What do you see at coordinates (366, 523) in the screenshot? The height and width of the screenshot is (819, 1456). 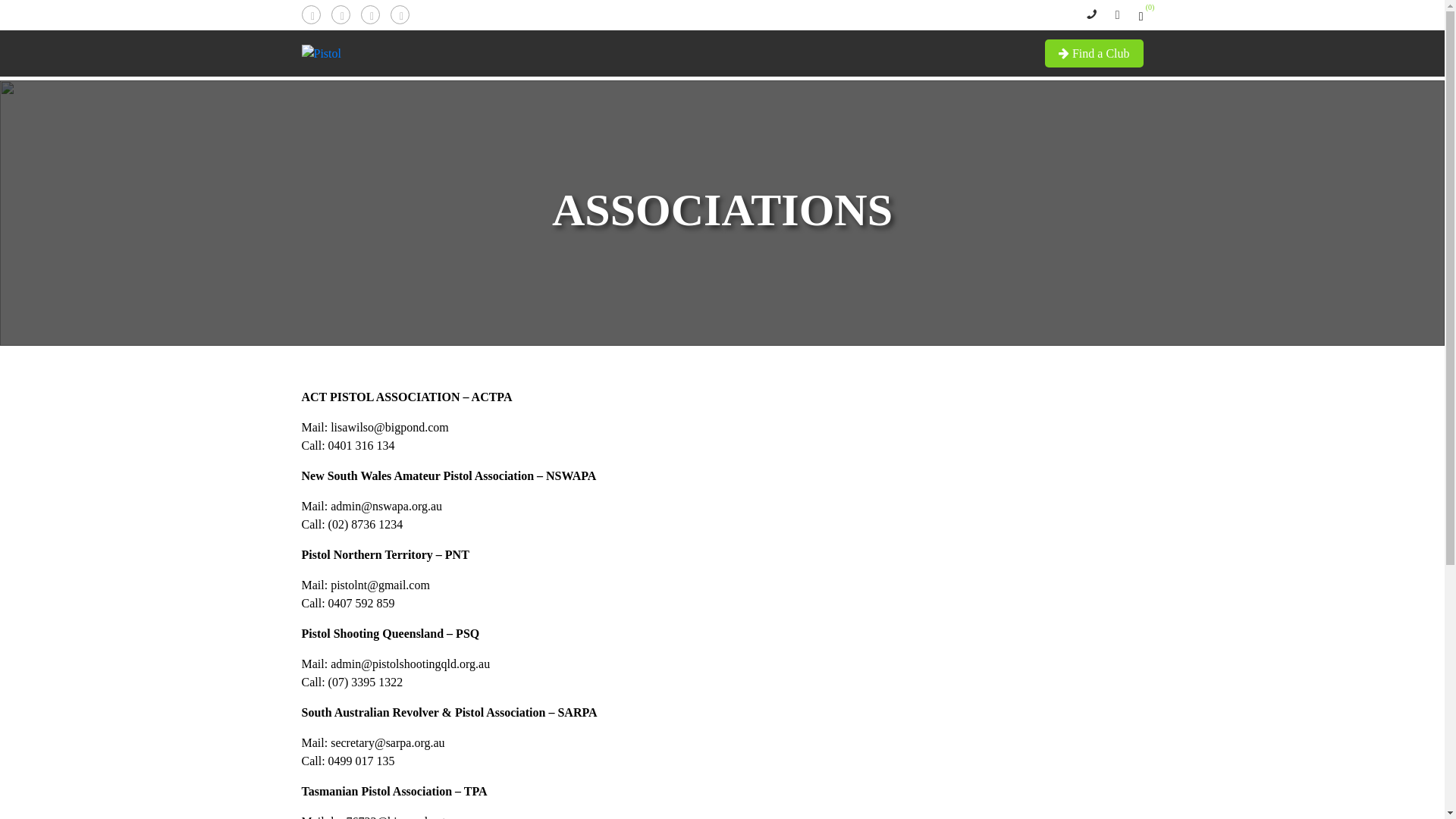 I see `'(02) 8736 1234'` at bounding box center [366, 523].